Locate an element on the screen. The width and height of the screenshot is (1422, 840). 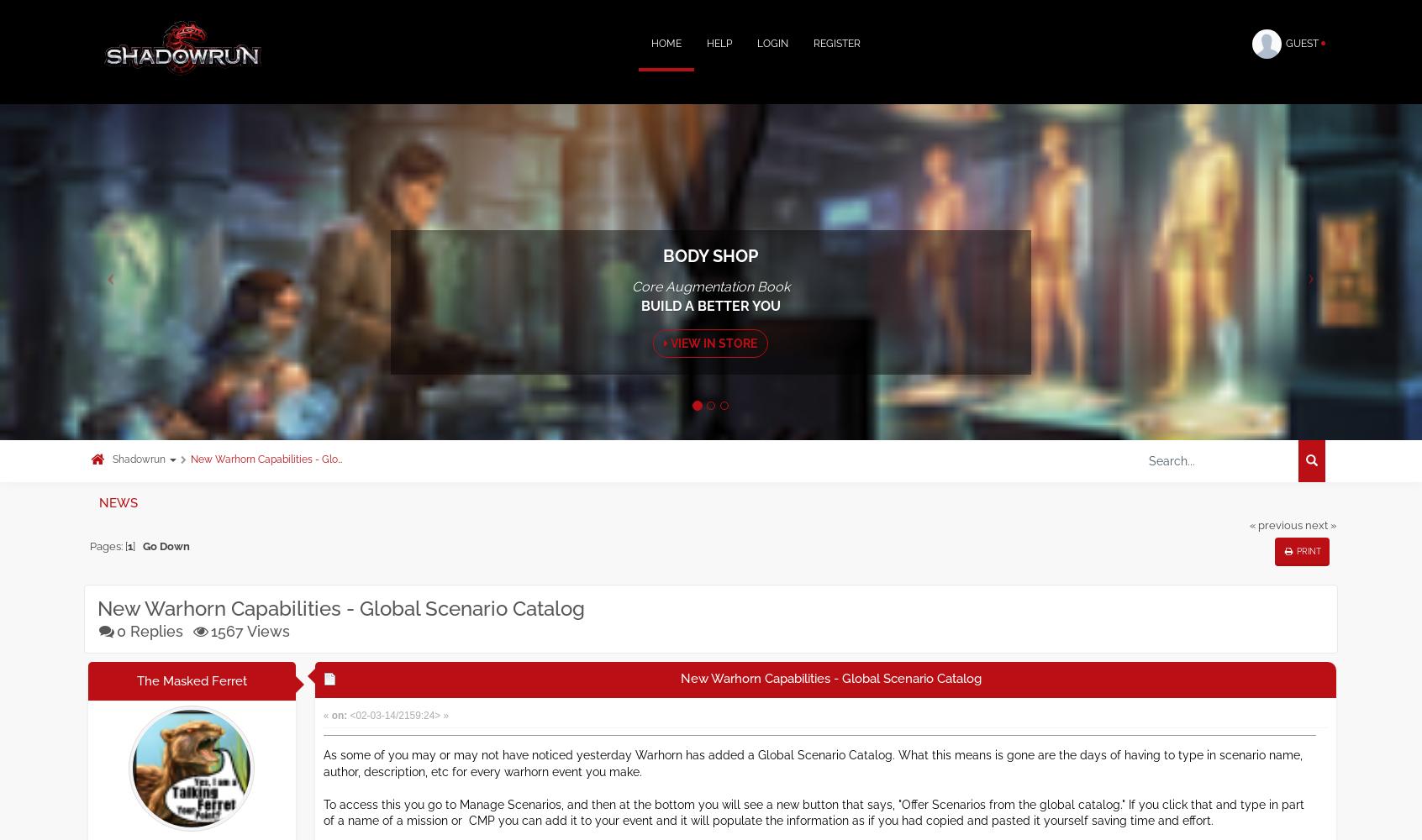
'Guest' is located at coordinates (1303, 44).